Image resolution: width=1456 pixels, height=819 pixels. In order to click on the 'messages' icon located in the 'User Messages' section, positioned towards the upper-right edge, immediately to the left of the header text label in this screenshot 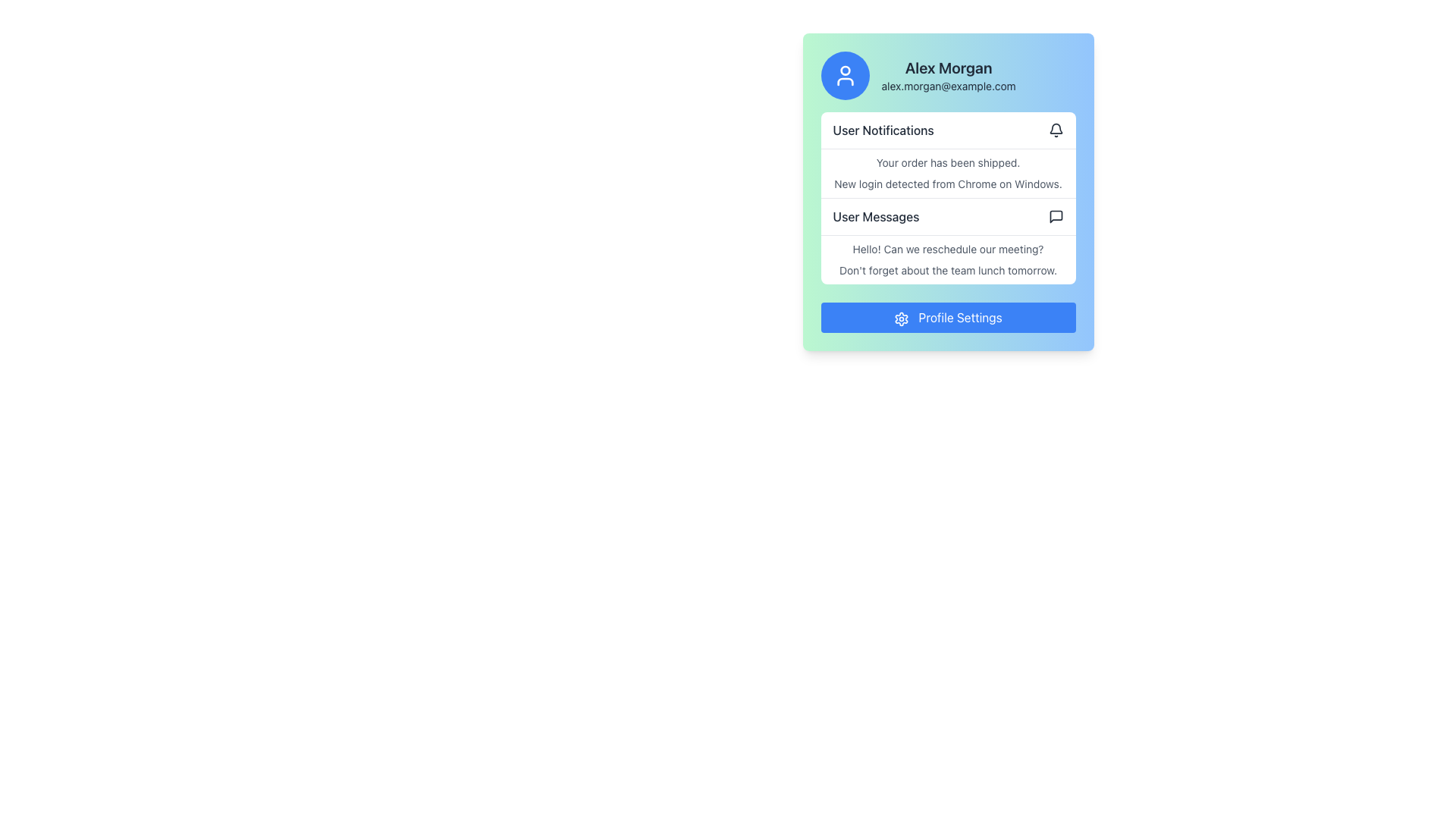, I will do `click(1055, 216)`.